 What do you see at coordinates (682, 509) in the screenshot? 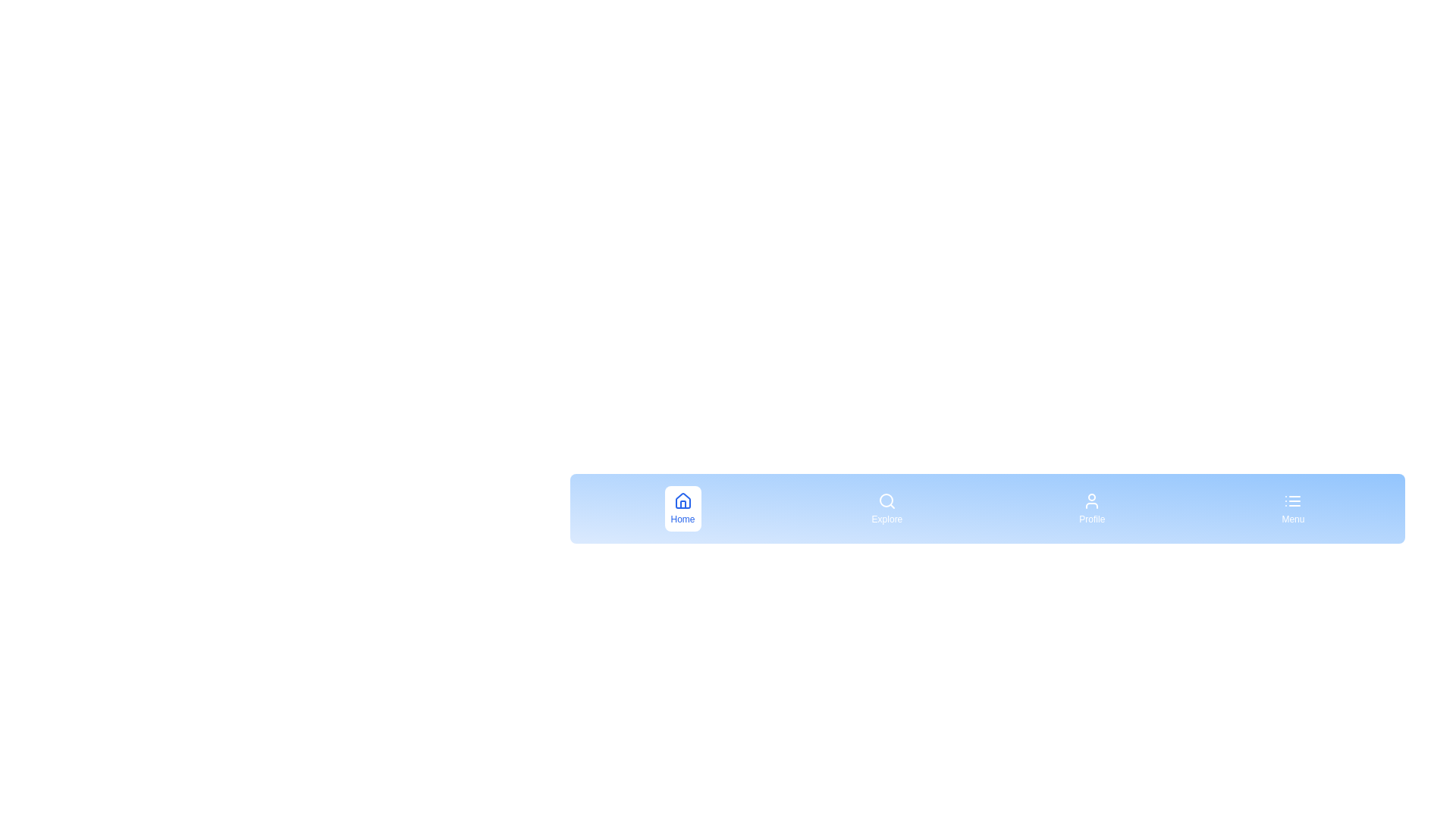
I see `the Home button to observe the hover effect` at bounding box center [682, 509].